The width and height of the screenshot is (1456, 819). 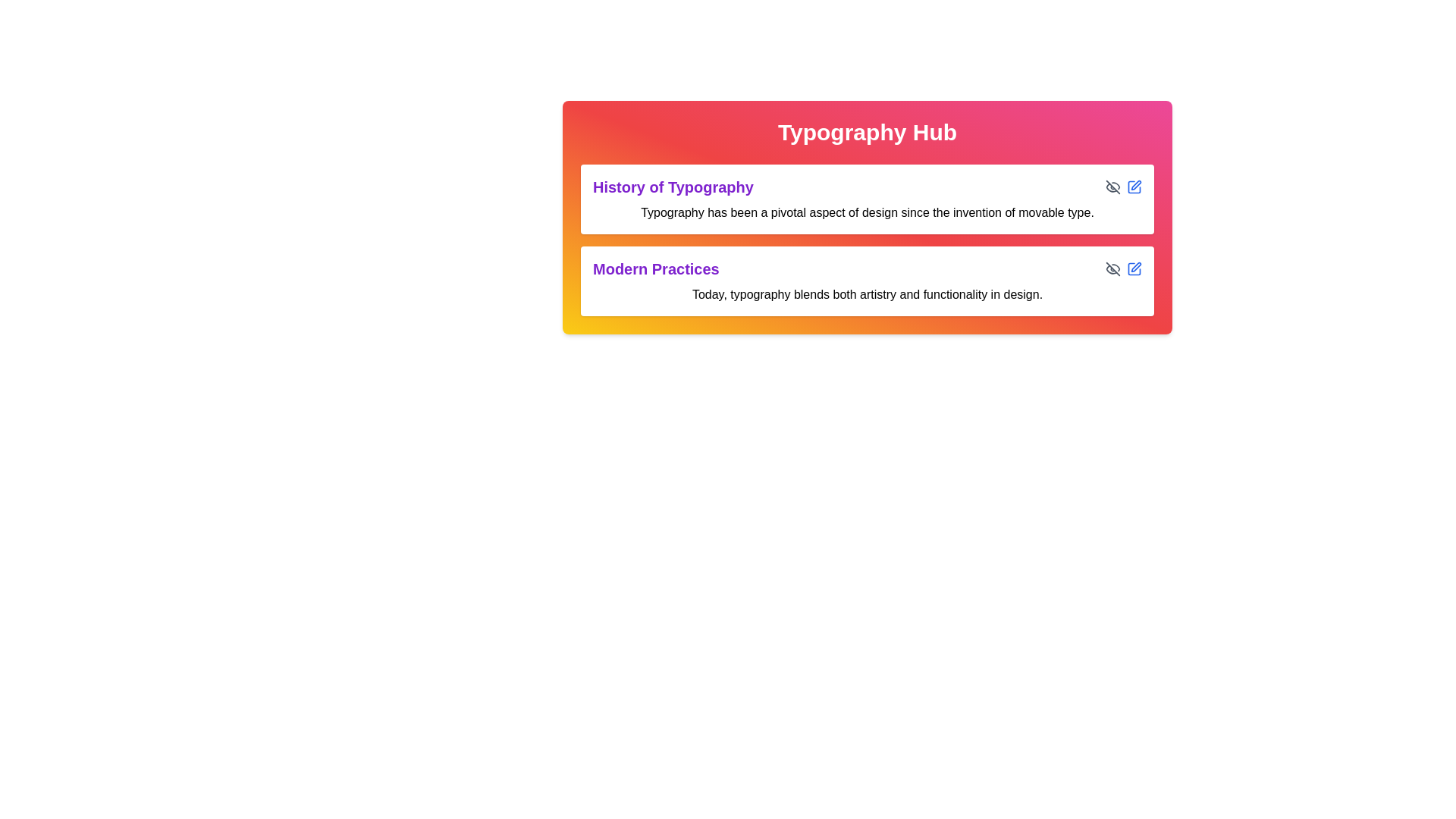 I want to click on the title text label that serves as a heading, positioned near the top-left section of the box, above the 'Modern Practices' label, so click(x=673, y=186).